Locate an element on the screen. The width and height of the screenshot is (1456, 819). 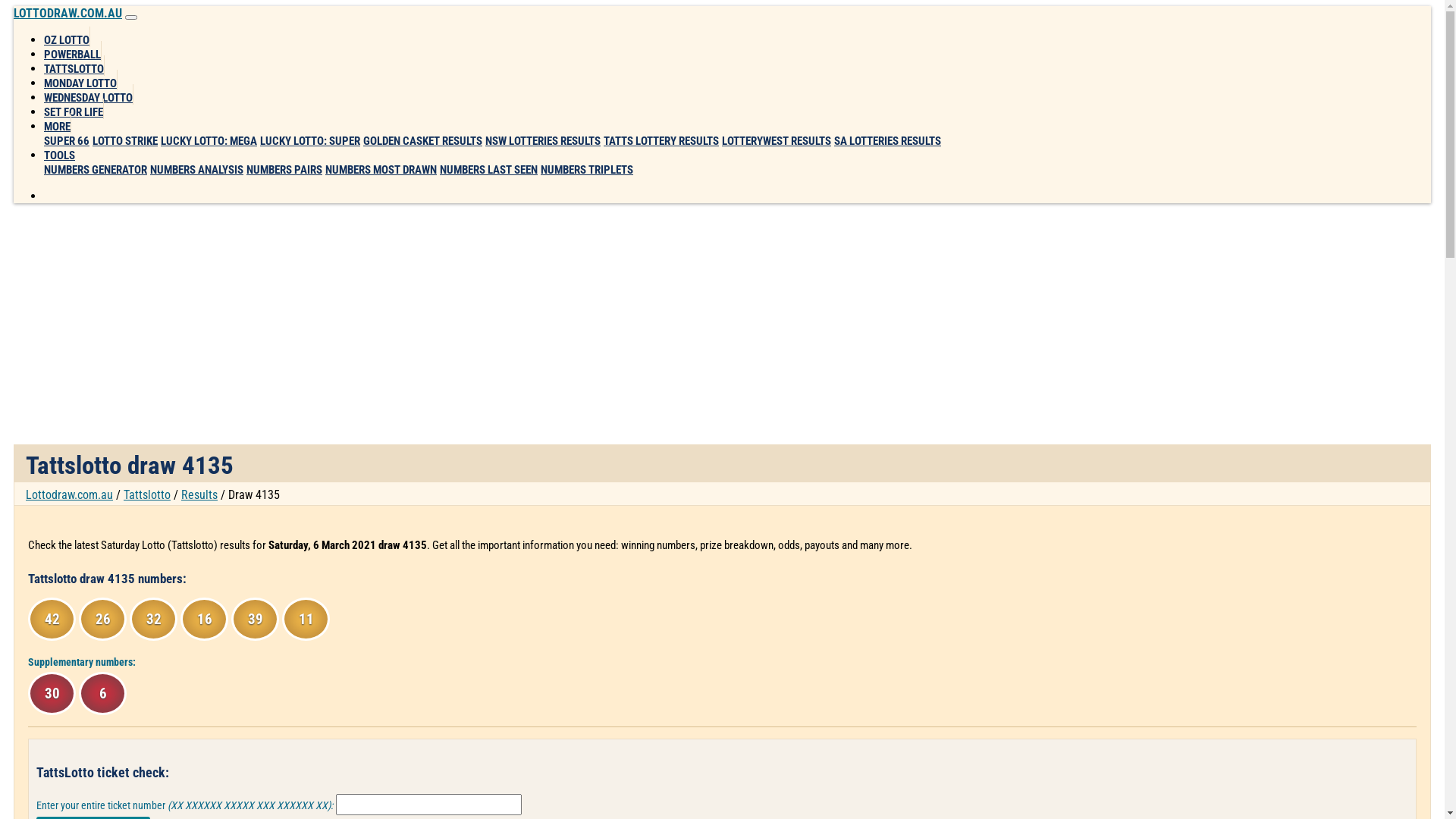
'TOOLS' is located at coordinates (43, 152).